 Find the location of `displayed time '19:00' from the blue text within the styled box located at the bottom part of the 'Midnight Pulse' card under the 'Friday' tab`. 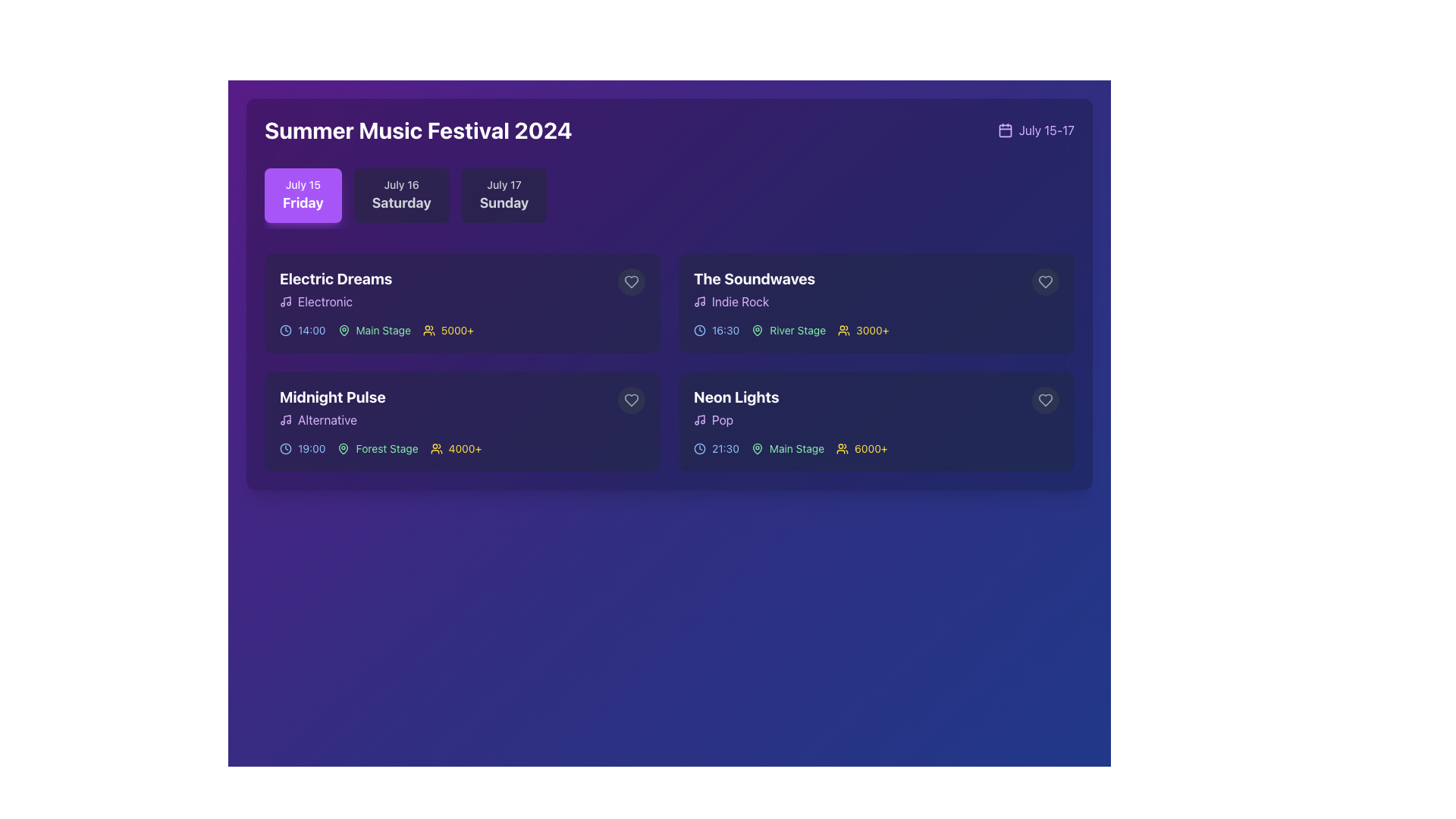

displayed time '19:00' from the blue text within the styled box located at the bottom part of the 'Midnight Pulse' card under the 'Friday' tab is located at coordinates (311, 447).